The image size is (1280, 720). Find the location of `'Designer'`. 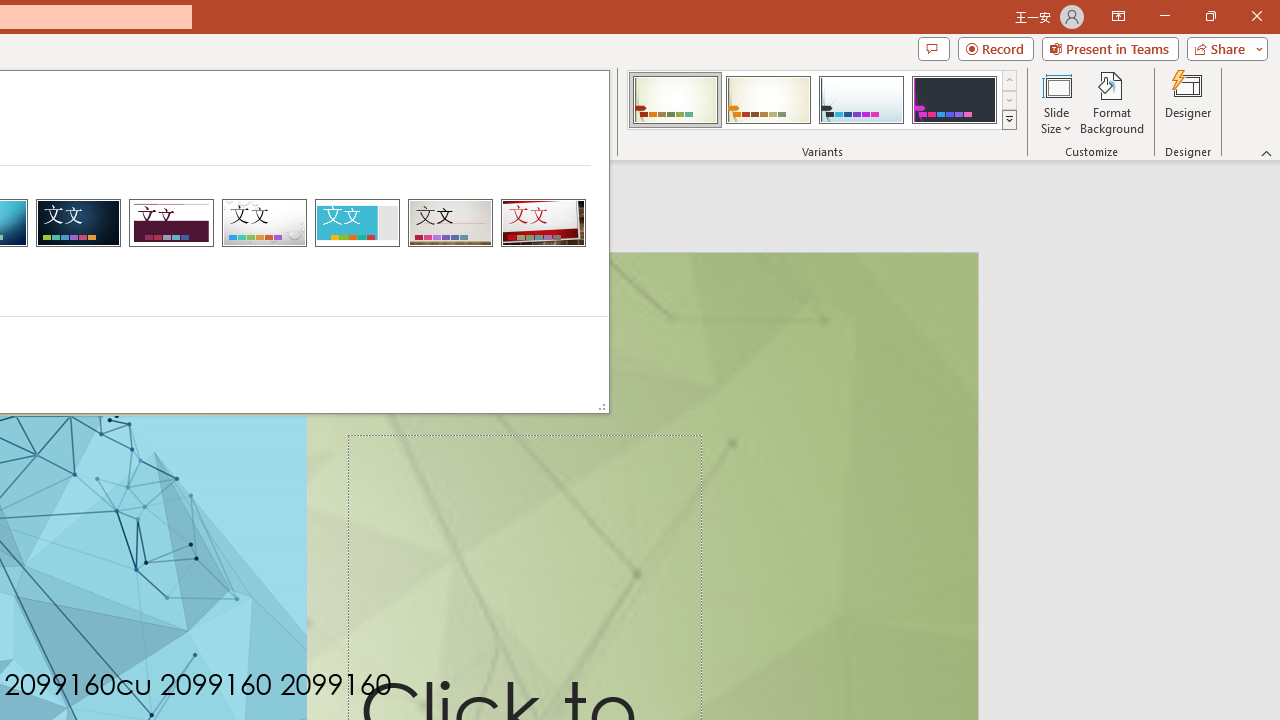

'Designer' is located at coordinates (1188, 103).